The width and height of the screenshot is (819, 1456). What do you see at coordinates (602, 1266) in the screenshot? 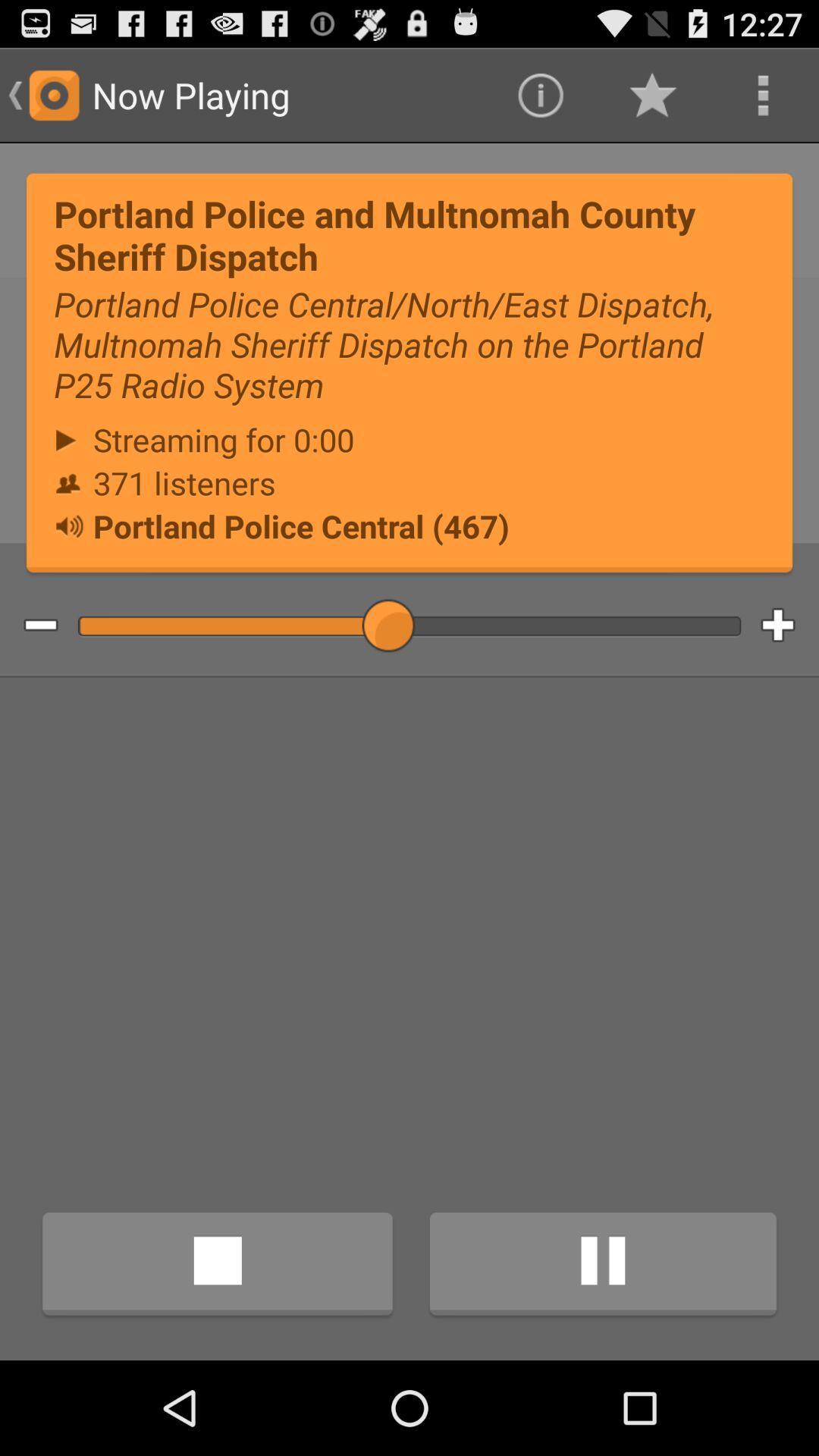
I see `the icon at the bottom right corner` at bounding box center [602, 1266].